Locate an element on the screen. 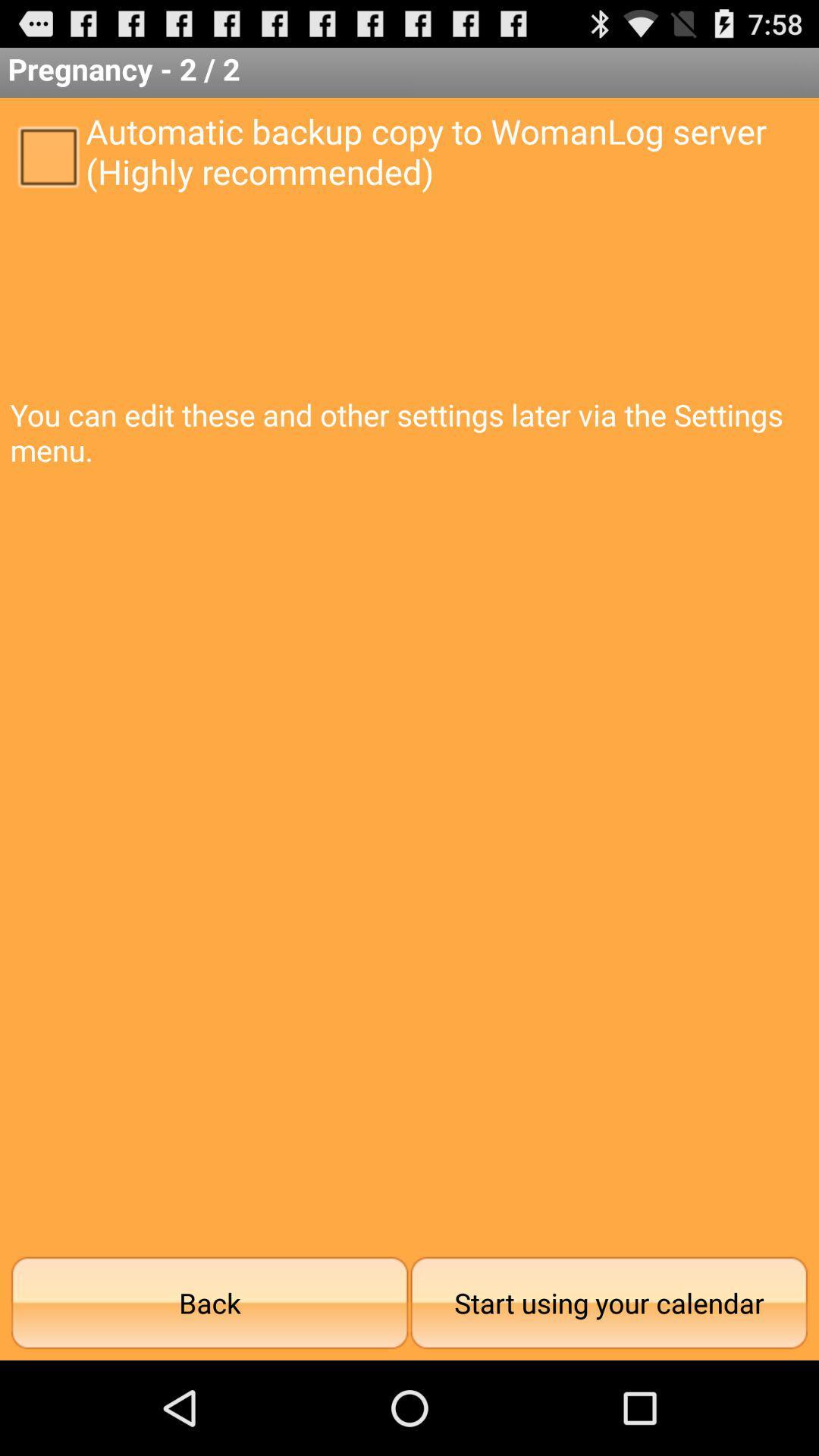 The image size is (819, 1456). the item to the left of start using your item is located at coordinates (209, 1302).